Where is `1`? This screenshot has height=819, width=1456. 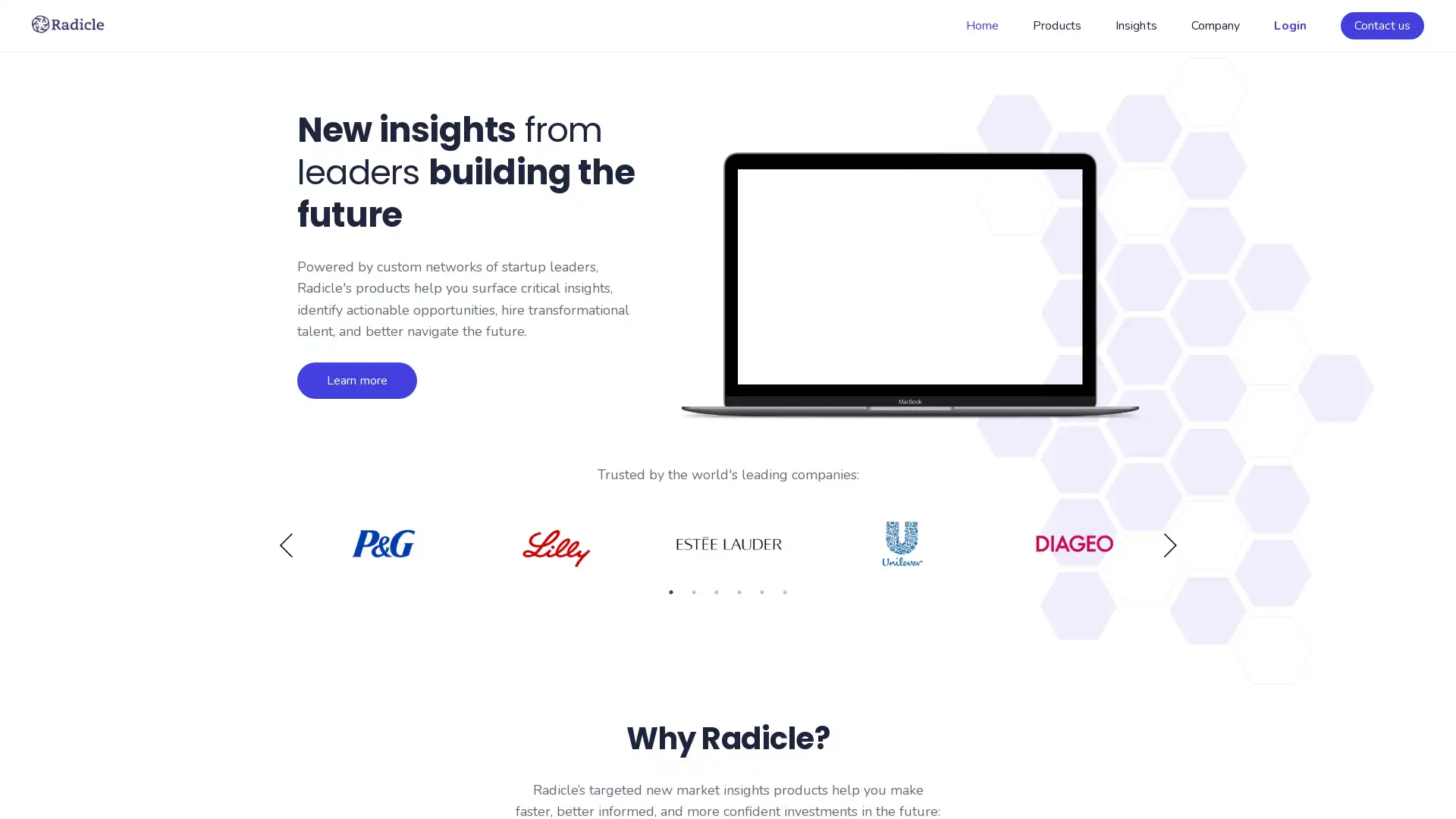
1 is located at coordinates (670, 595).